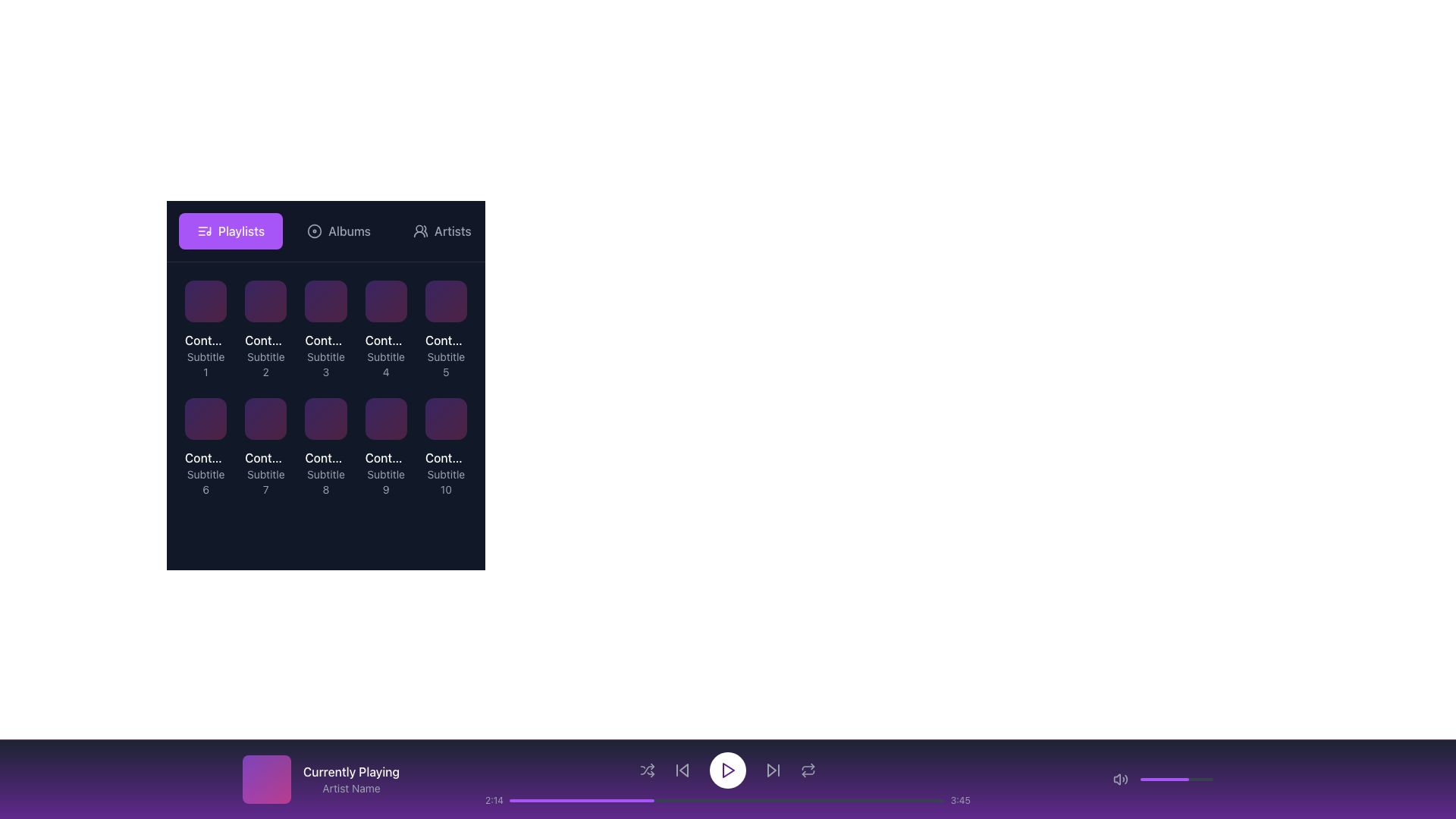  What do you see at coordinates (205, 356) in the screenshot?
I see `the Text display block located in the top-left section of the grid-like list, which is the first item in the list` at bounding box center [205, 356].